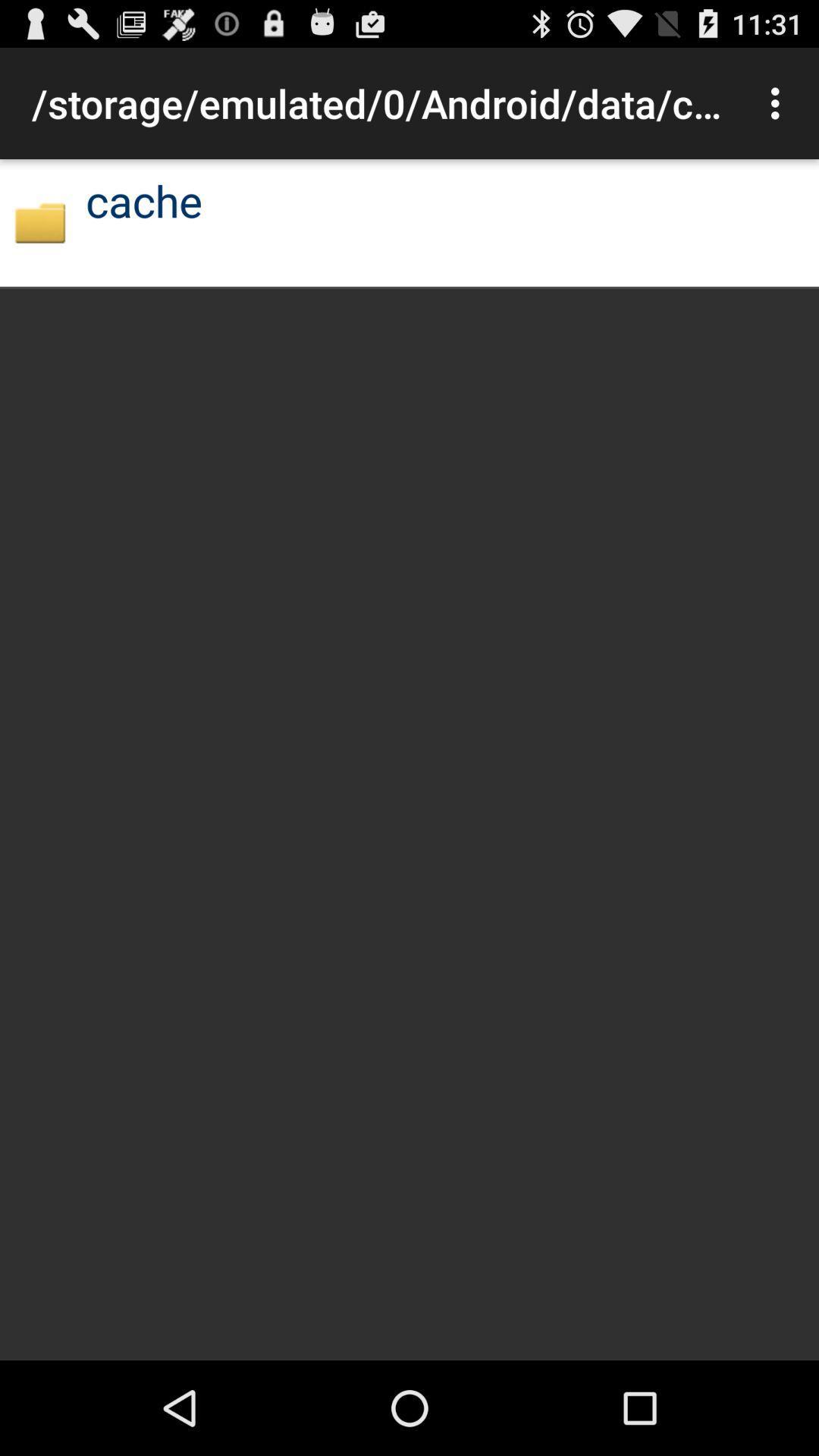 The width and height of the screenshot is (819, 1456). I want to click on the app next to the storage emulated 0 item, so click(779, 102).